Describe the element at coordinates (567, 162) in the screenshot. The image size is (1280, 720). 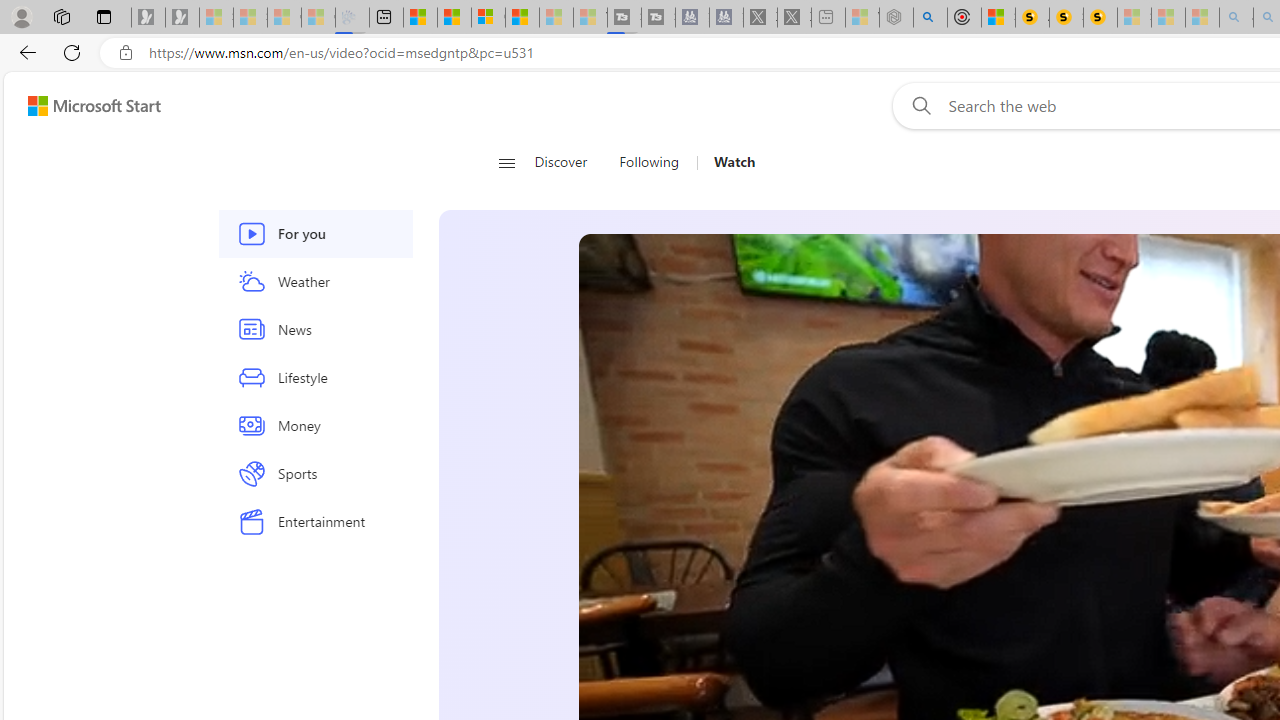
I see `'Discover'` at that location.